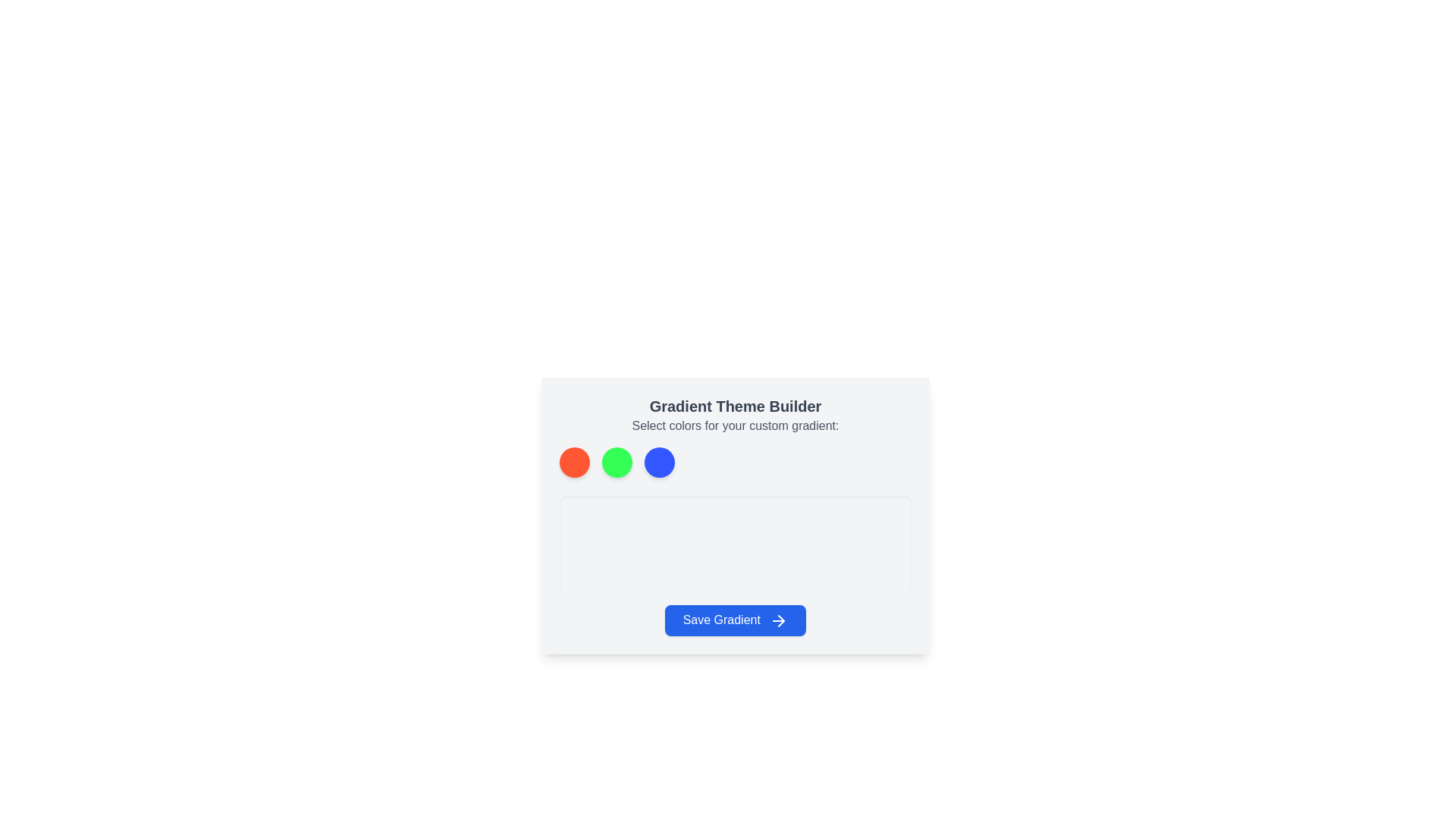  I want to click on the icon located at the far right of the 'Save Gradient' button to emphasize its functionality for saving the gradient, so click(779, 620).